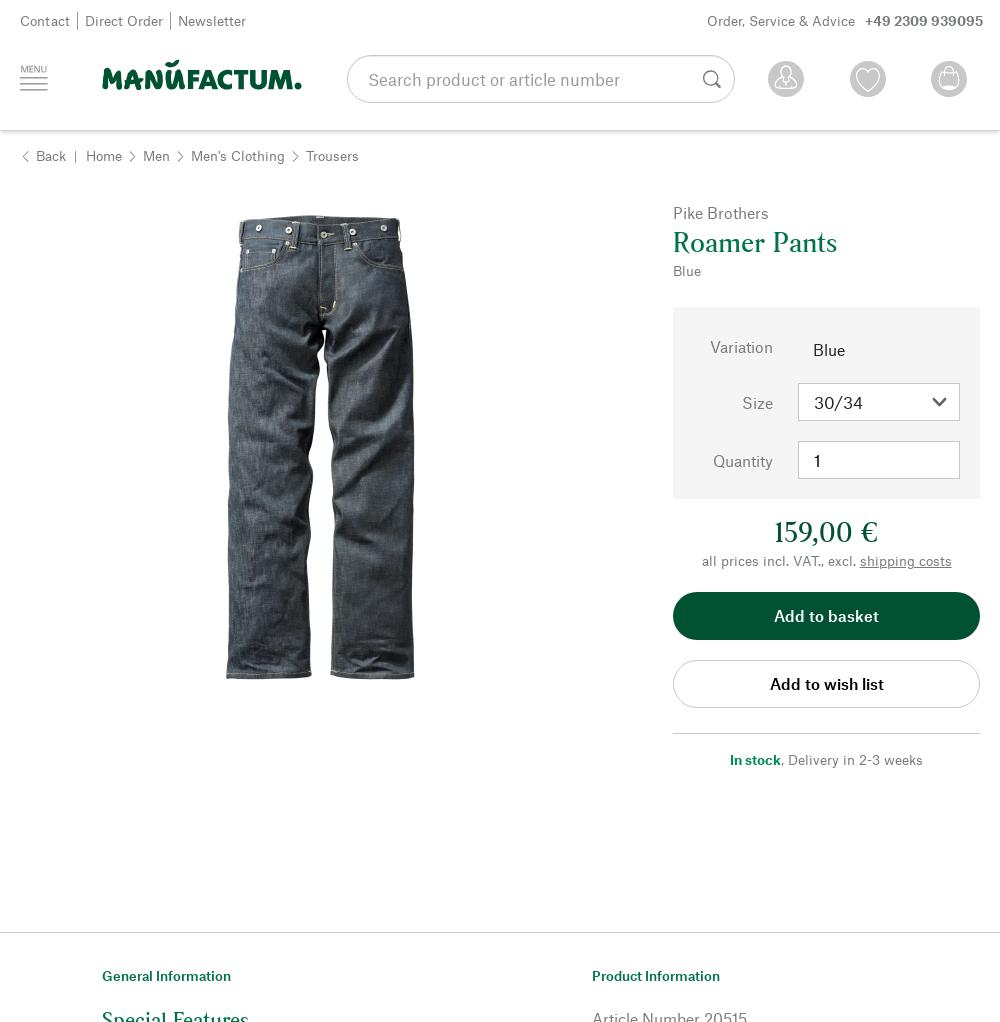  What do you see at coordinates (825, 530) in the screenshot?
I see `'159,00 €'` at bounding box center [825, 530].